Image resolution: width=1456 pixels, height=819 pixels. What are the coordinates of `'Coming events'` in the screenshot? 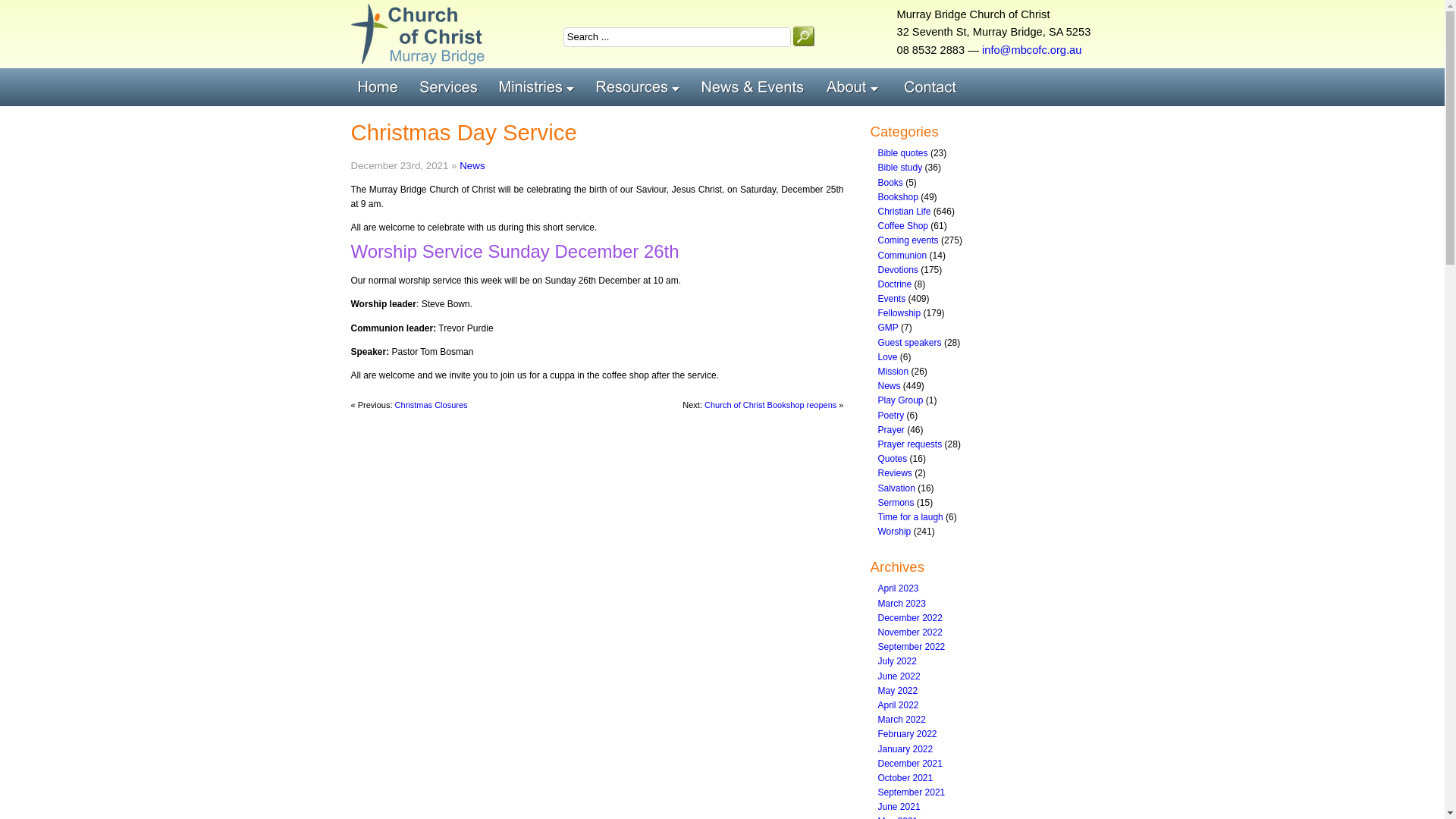 It's located at (908, 239).